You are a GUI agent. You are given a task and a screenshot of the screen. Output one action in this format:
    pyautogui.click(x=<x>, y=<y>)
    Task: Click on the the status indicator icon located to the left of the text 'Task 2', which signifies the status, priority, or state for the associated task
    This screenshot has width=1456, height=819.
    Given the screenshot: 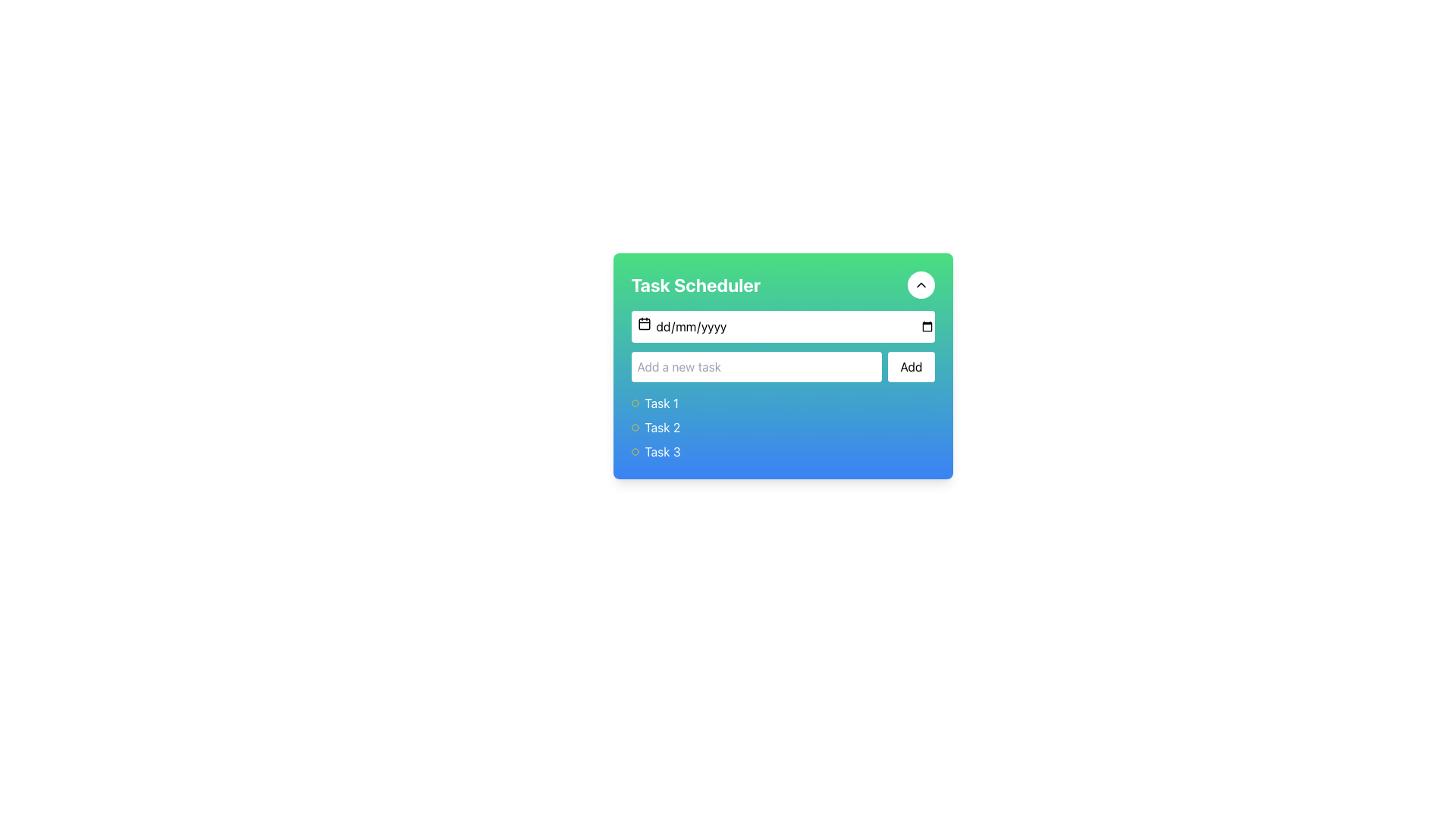 What is the action you would take?
    pyautogui.click(x=635, y=427)
    